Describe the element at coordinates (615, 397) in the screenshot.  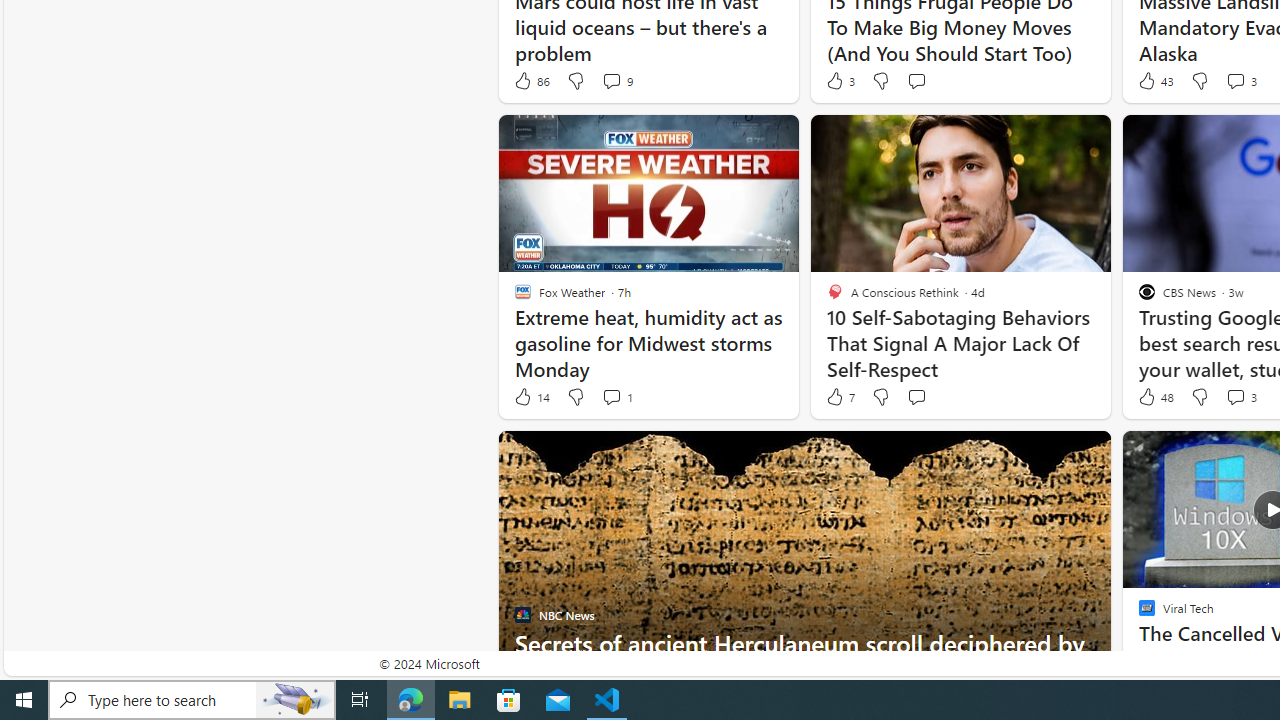
I see `'View comments 1 Comment'` at that location.